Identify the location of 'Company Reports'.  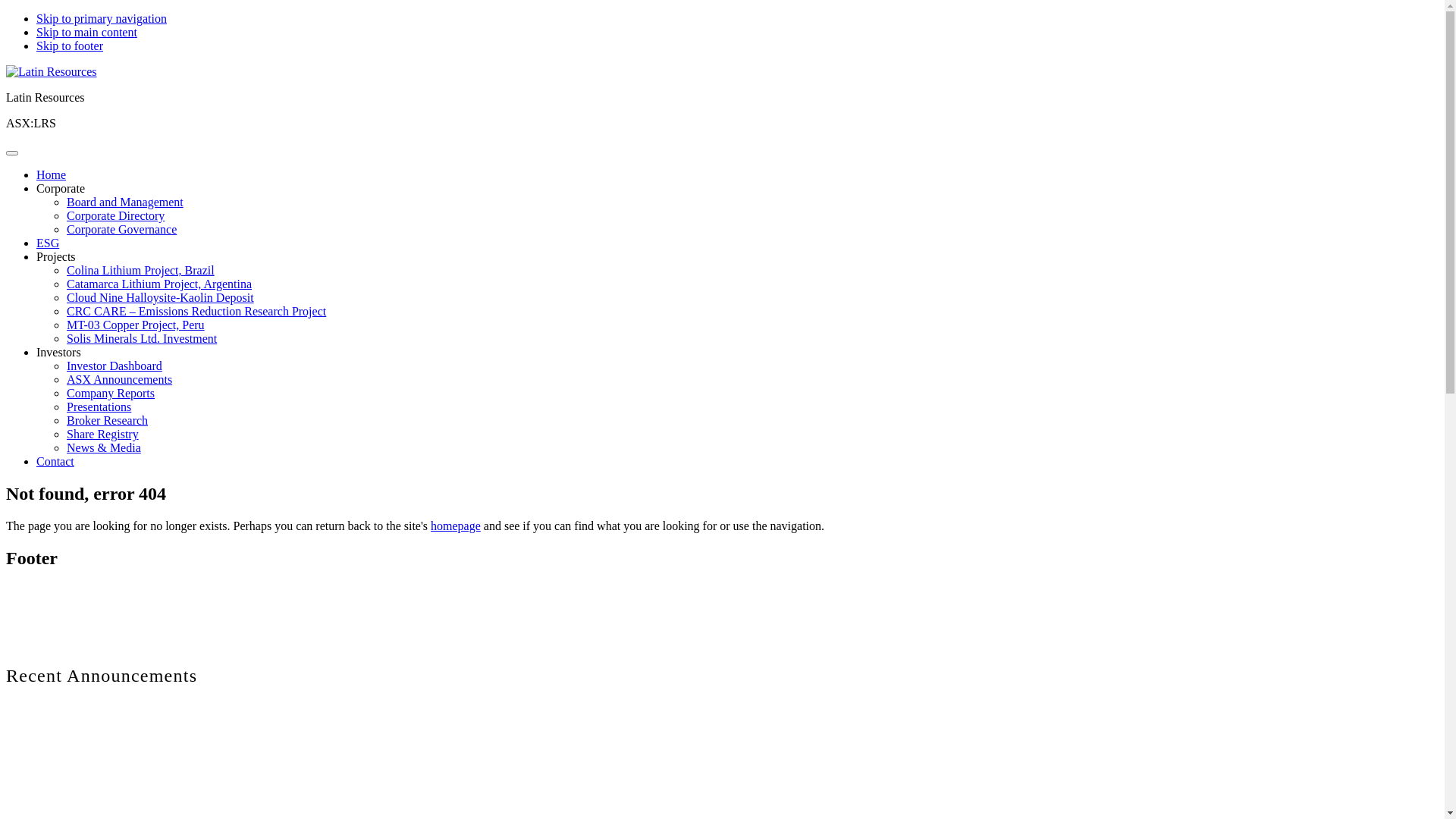
(109, 392).